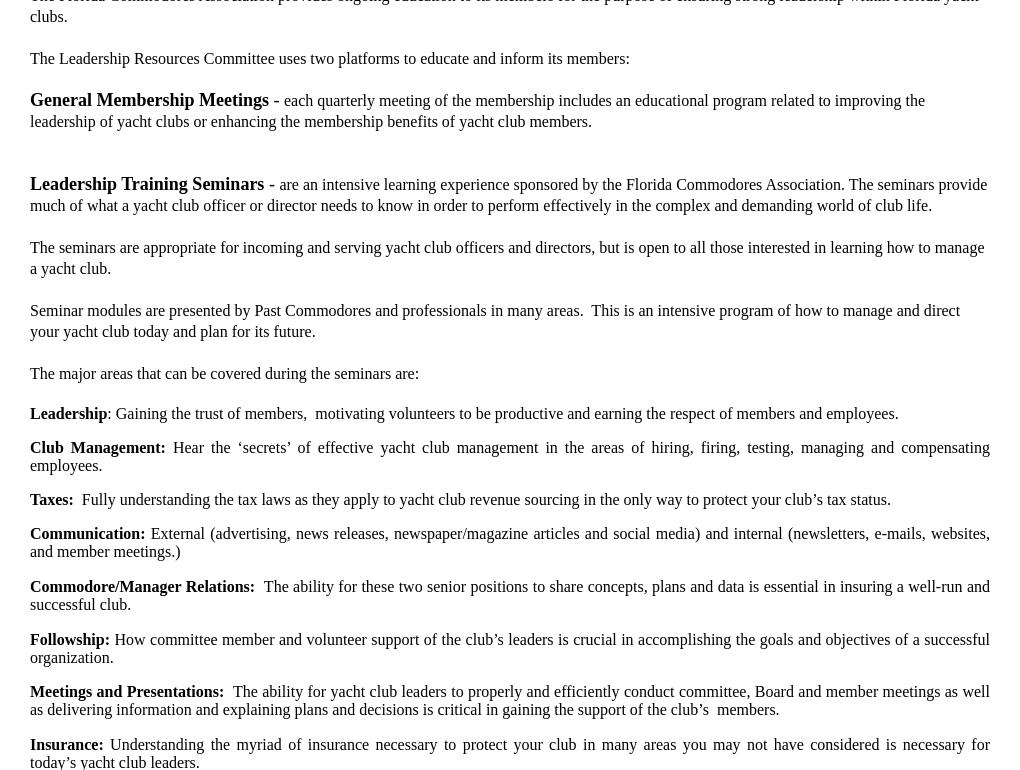 Image resolution: width=1020 pixels, height=770 pixels. Describe the element at coordinates (68, 412) in the screenshot. I see `'Leadership'` at that location.